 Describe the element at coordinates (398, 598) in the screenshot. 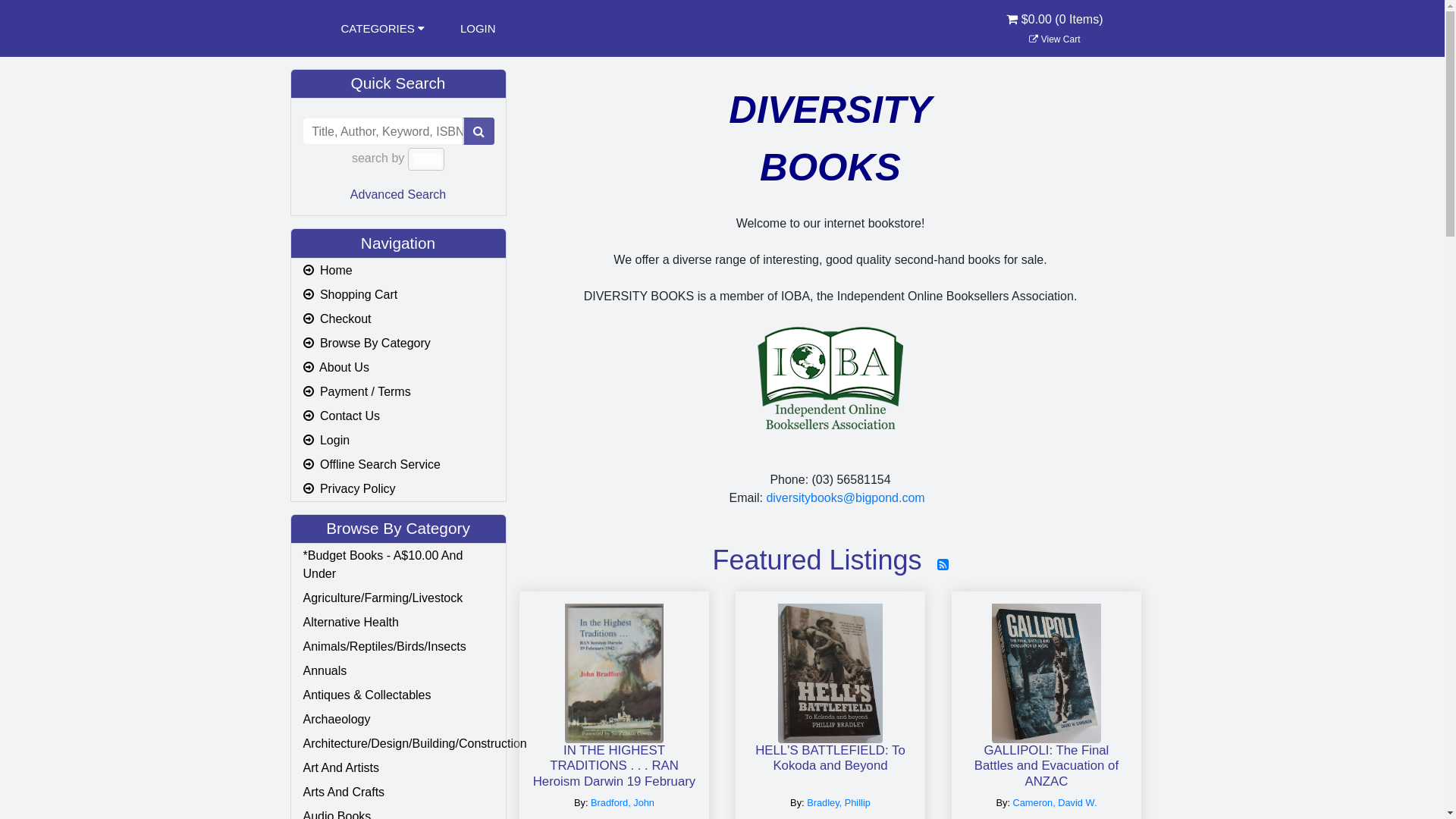

I see `'Agriculture/Farming/Livestock'` at that location.